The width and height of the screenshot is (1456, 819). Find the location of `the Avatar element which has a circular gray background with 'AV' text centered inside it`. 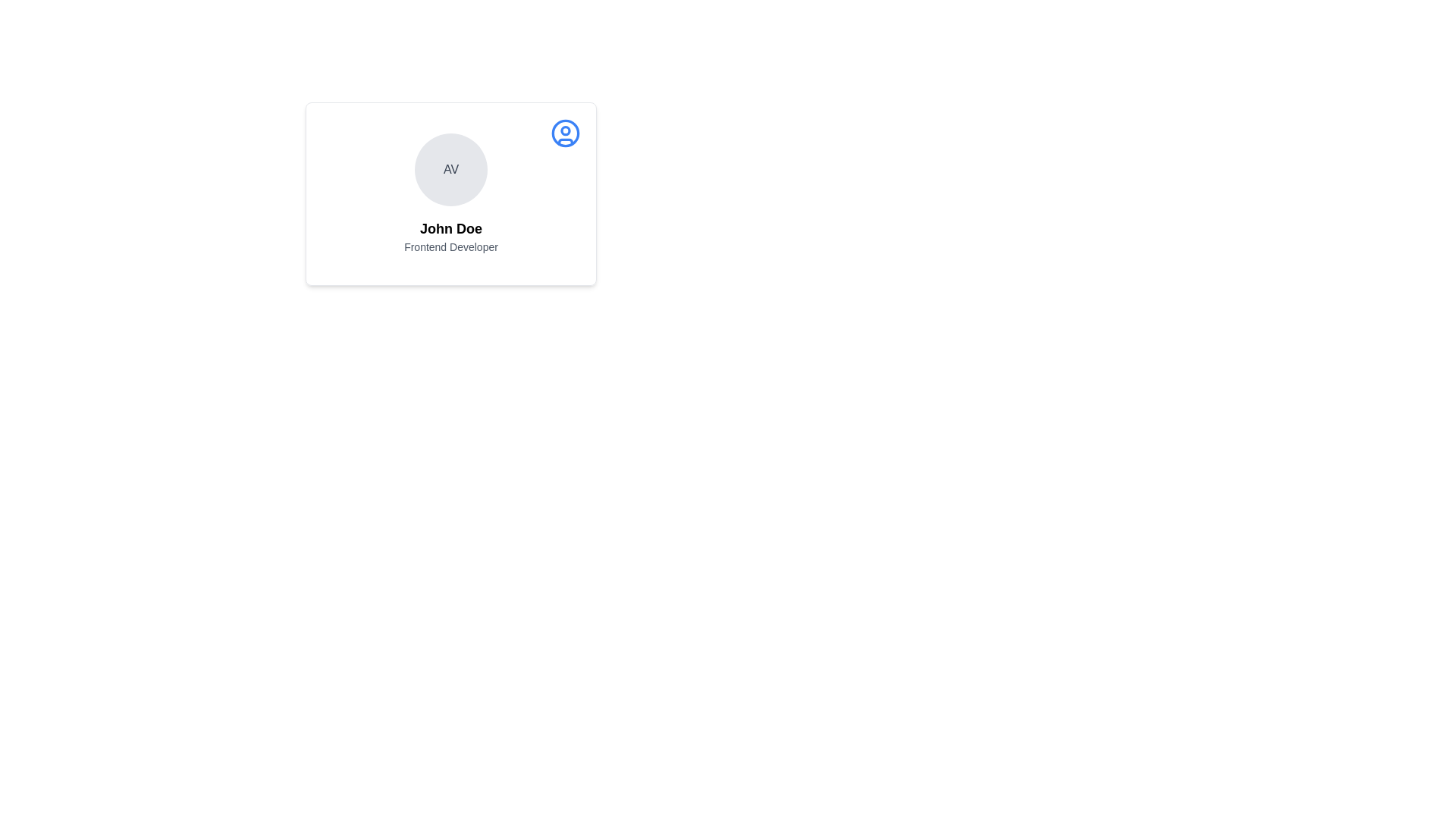

the Avatar element which has a circular gray background with 'AV' text centered inside it is located at coordinates (450, 169).